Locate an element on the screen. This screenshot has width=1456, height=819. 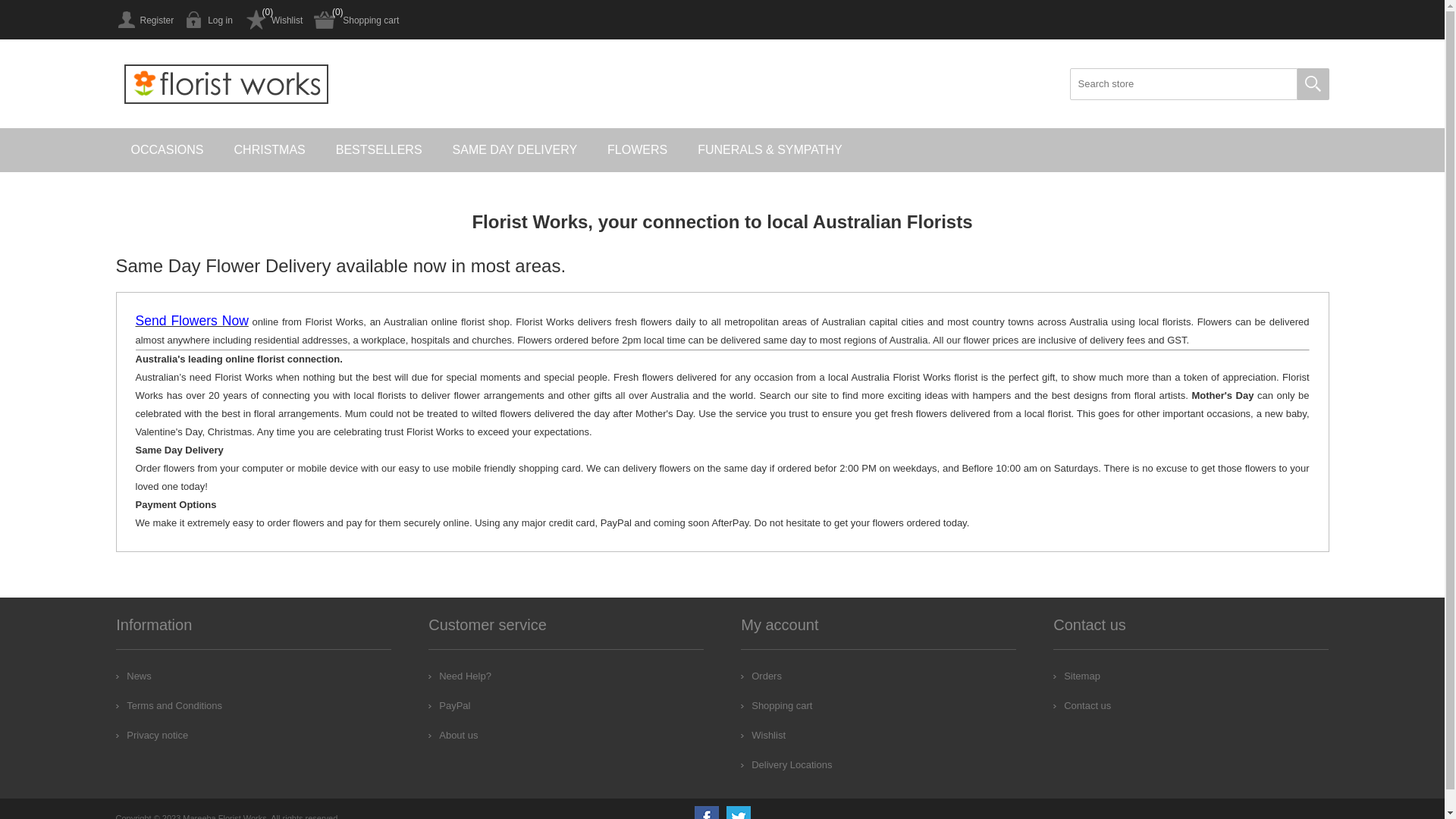
'SAME DAY DELIVERY' is located at coordinates (515, 149).